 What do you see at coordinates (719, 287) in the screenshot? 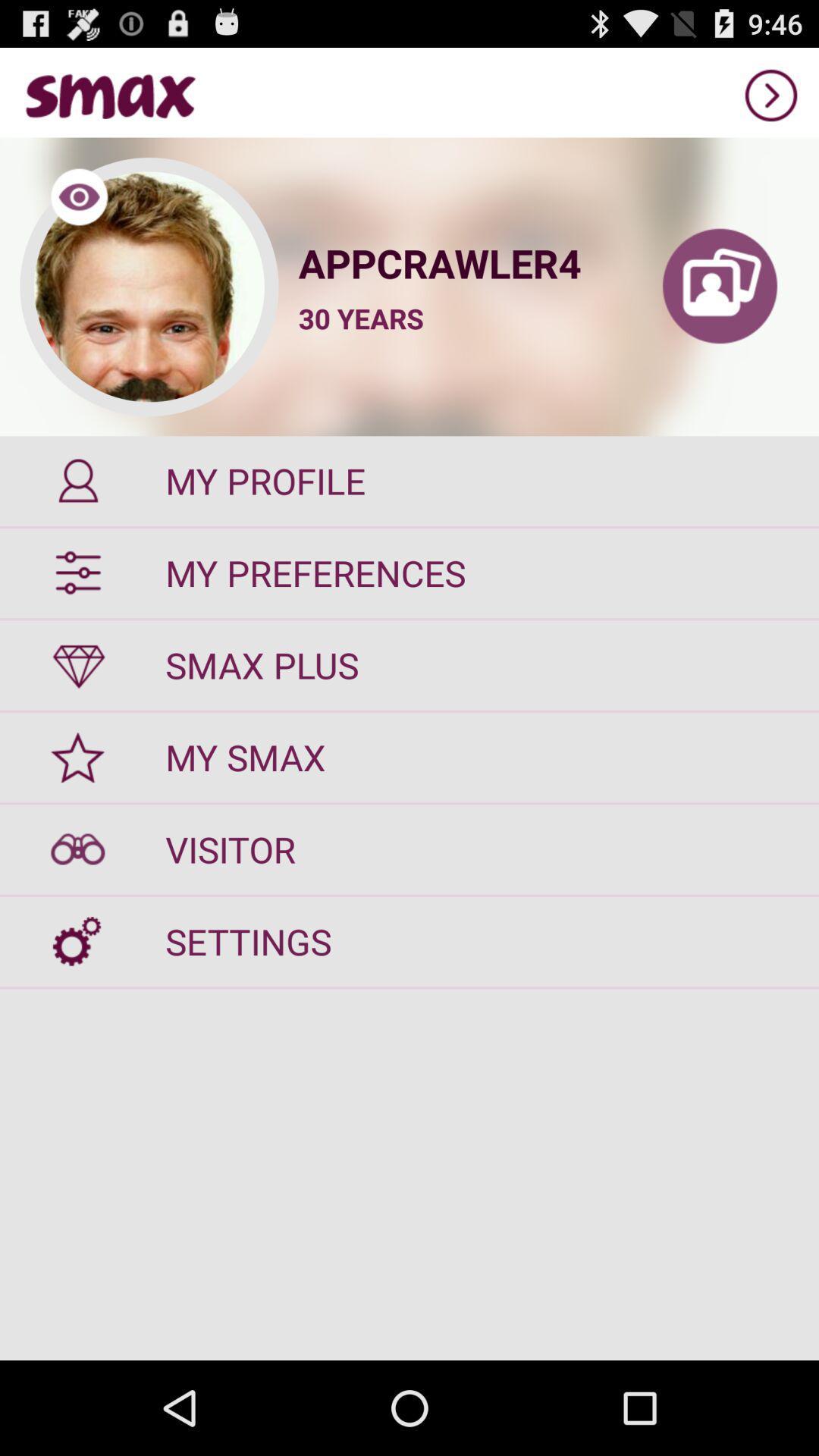
I see `the item above the my profile item` at bounding box center [719, 287].